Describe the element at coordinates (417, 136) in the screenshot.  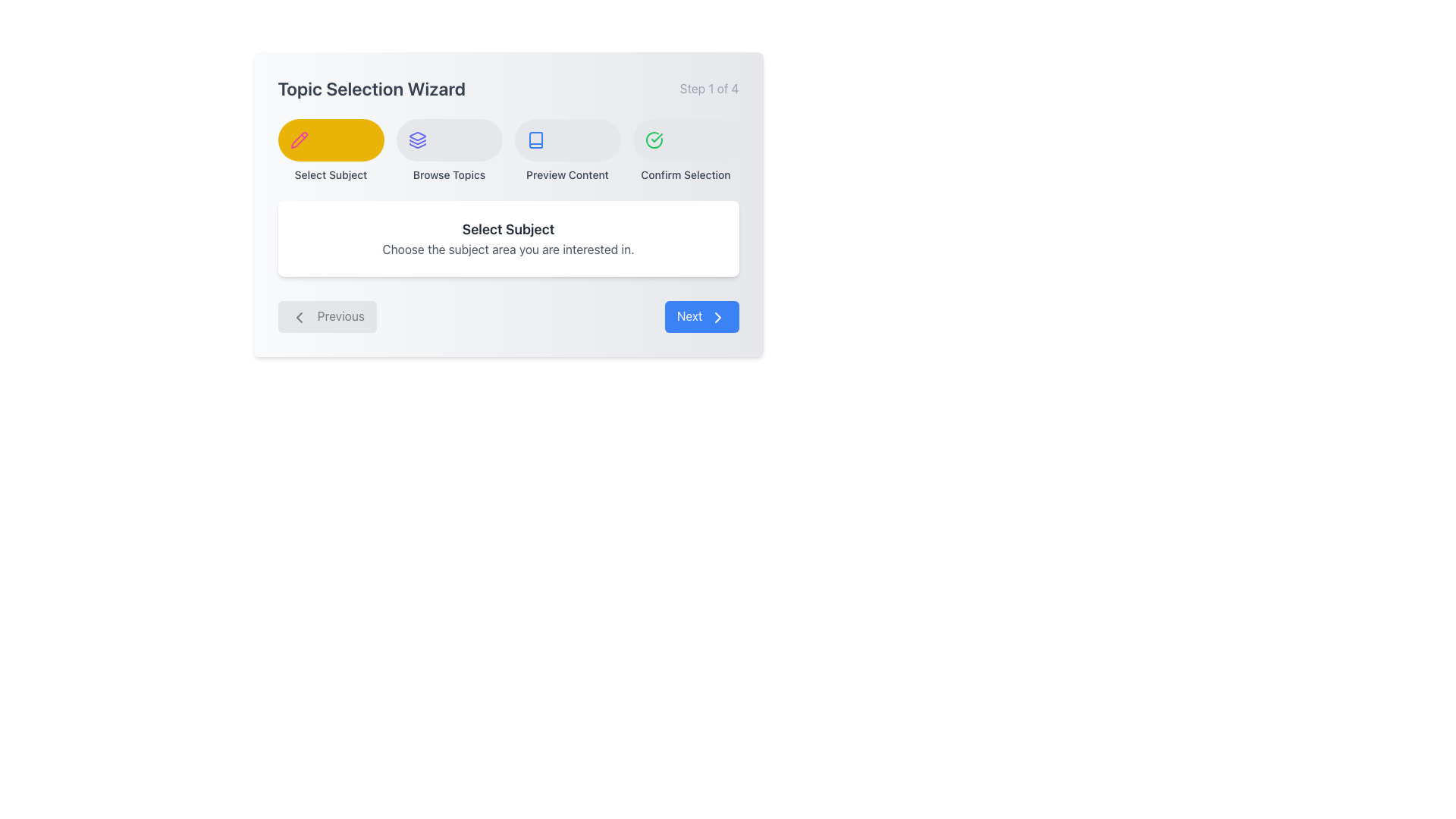
I see `the second icon in the horizontal sequence of four icons at the top section of the interface, which likely represents the 'Browse Topics' functionality` at that location.